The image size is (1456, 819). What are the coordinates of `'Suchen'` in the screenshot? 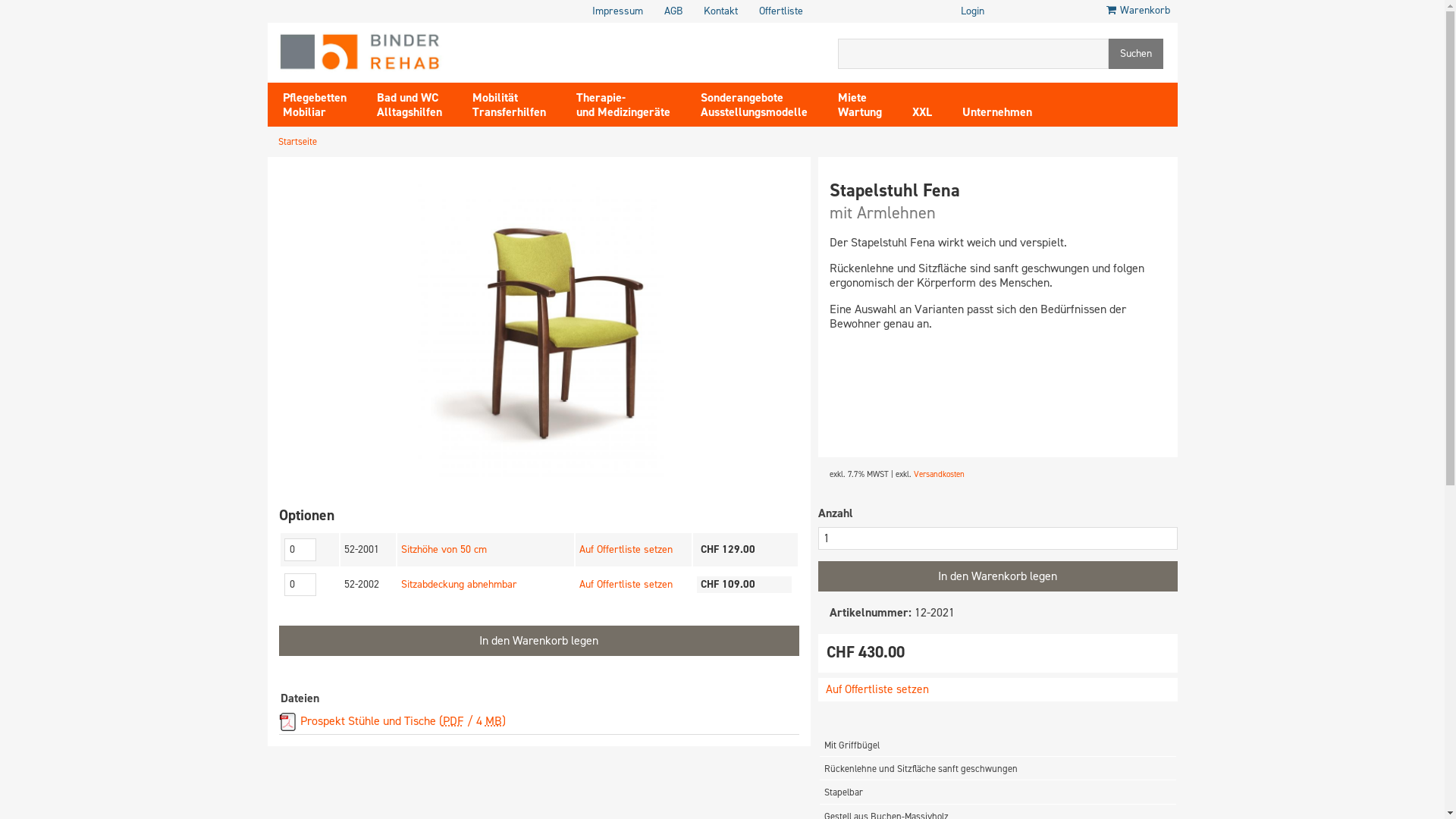 It's located at (1135, 52).